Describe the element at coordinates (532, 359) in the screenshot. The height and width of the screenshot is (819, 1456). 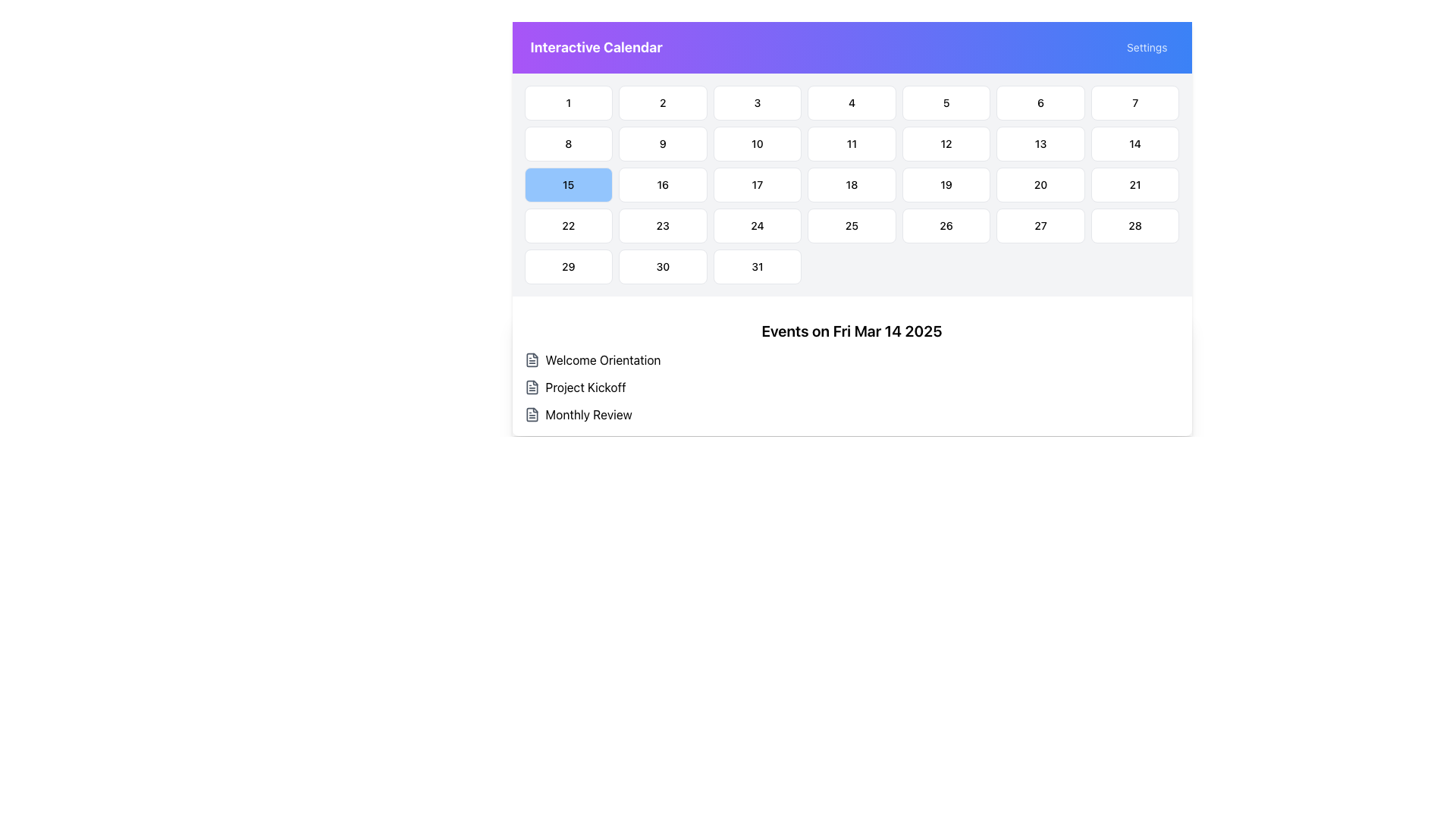
I see `the document icon, which is a grayish rectangular shape located next to the event titled 'Welcome Orientation' in the event list section` at that location.